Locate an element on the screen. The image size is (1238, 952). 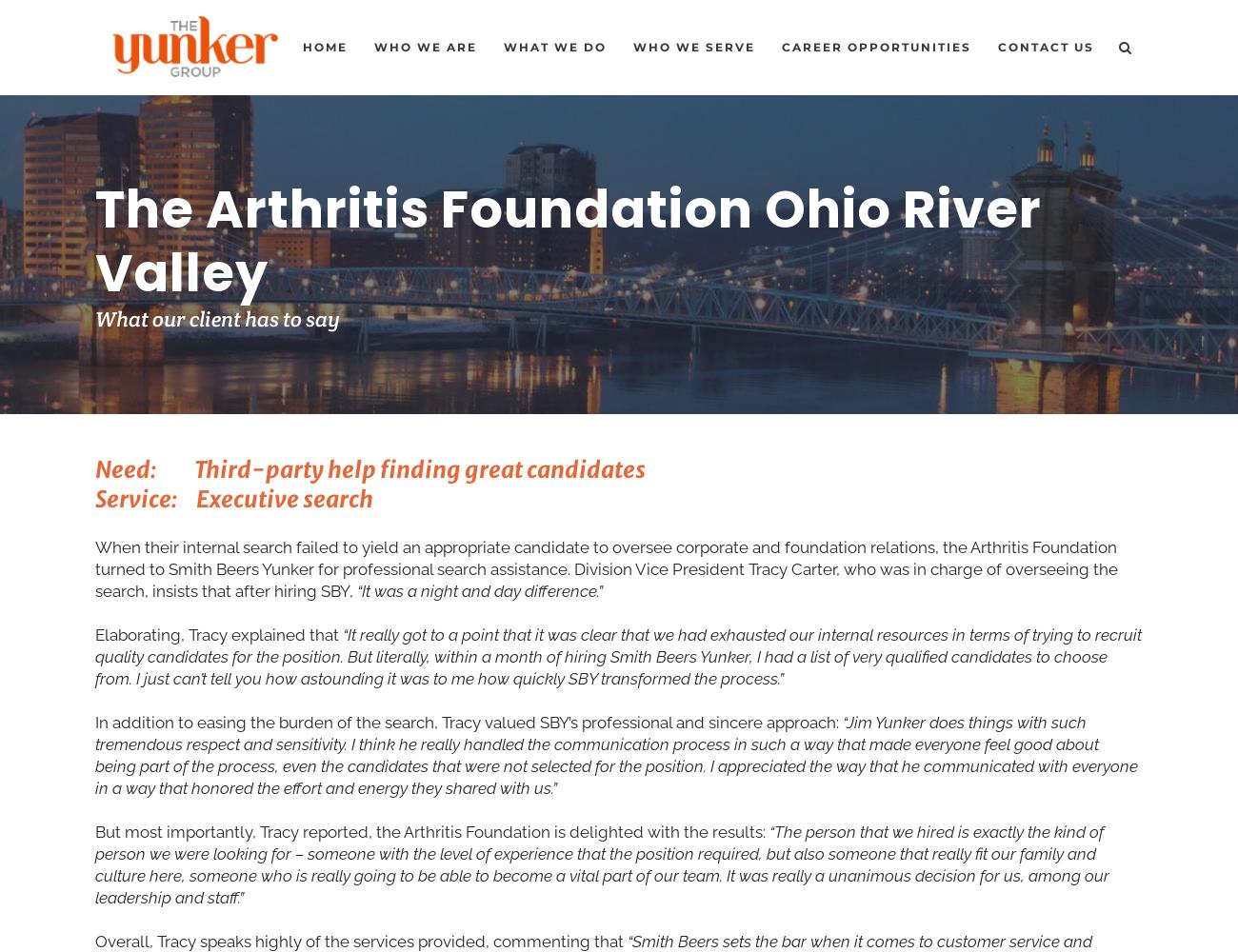
'“It really got to a point that it was clear that we had exhausted our internal resources in terms of trying to recruit quality candidates for the position. But literally, within a month of hiring Smith Beers Yunker, I had a list of very qualified candidates to choose from. I just can’t tell you how astounding it was to me how quickly SBY transformed the process.”' is located at coordinates (618, 655).